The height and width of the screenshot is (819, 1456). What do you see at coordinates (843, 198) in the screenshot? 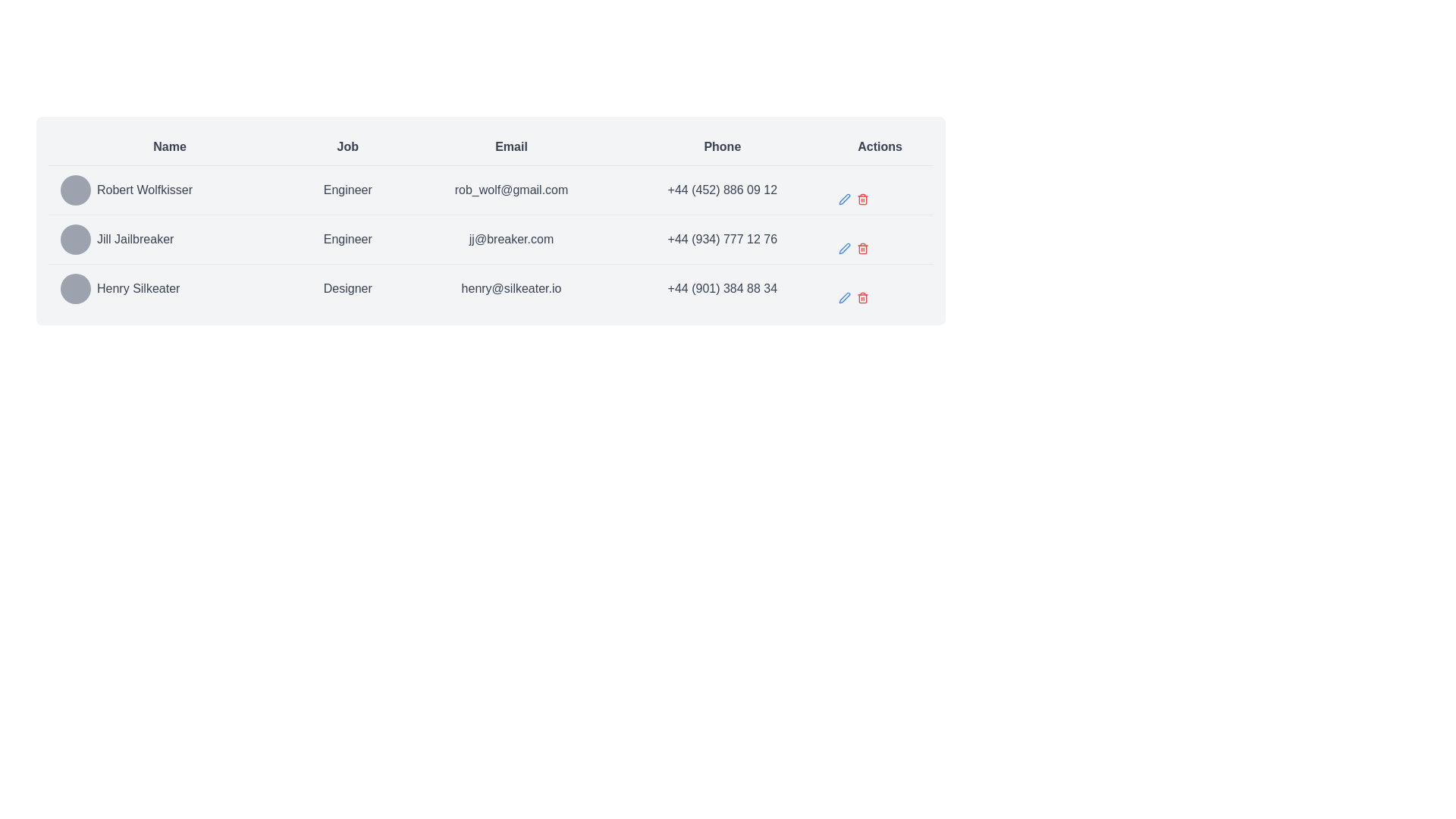
I see `the blue pen icon button located in the 'Actions' column of the second row` at bounding box center [843, 198].